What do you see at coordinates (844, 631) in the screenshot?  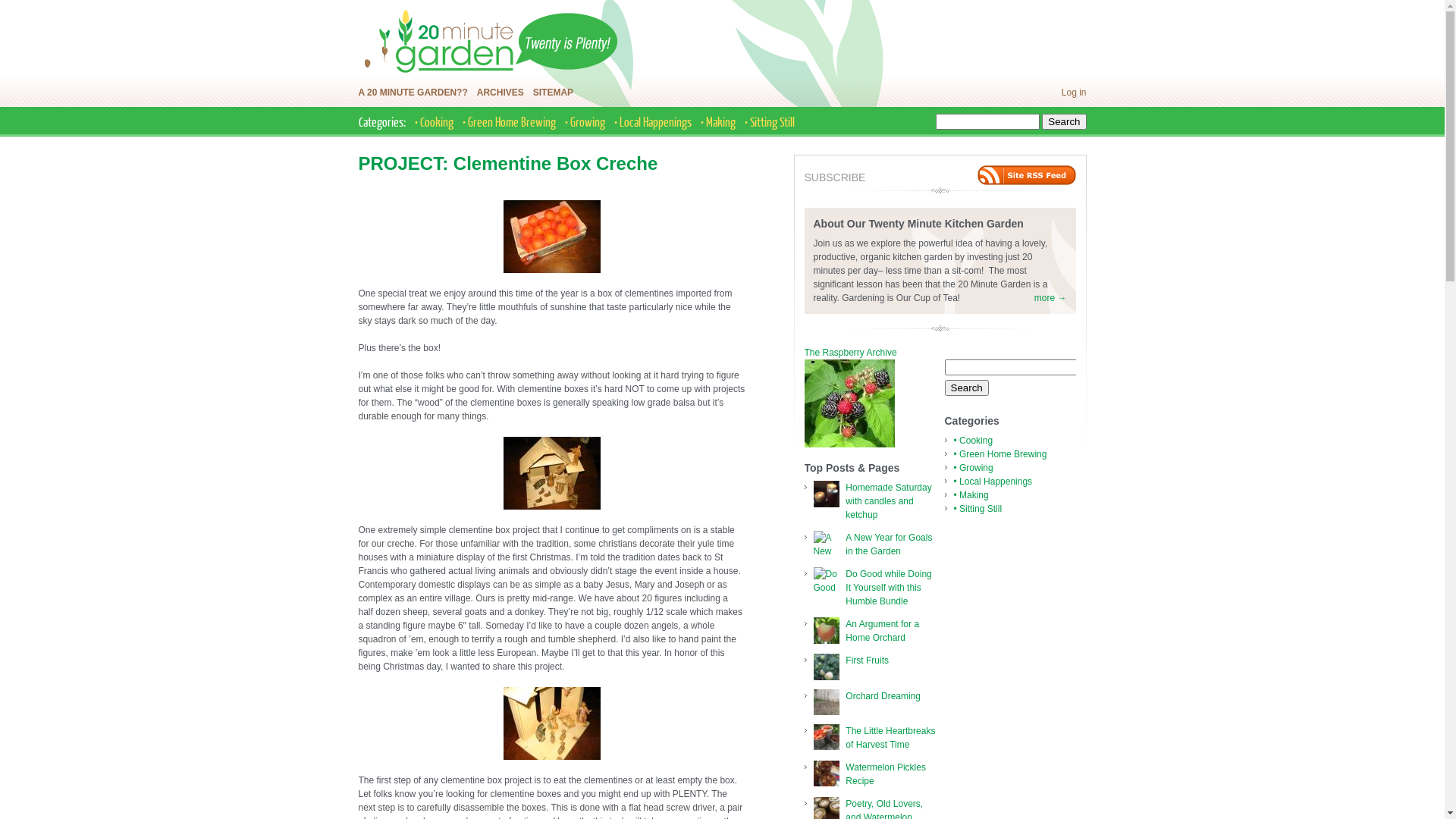 I see `'An Argument for a Home Orchard'` at bounding box center [844, 631].